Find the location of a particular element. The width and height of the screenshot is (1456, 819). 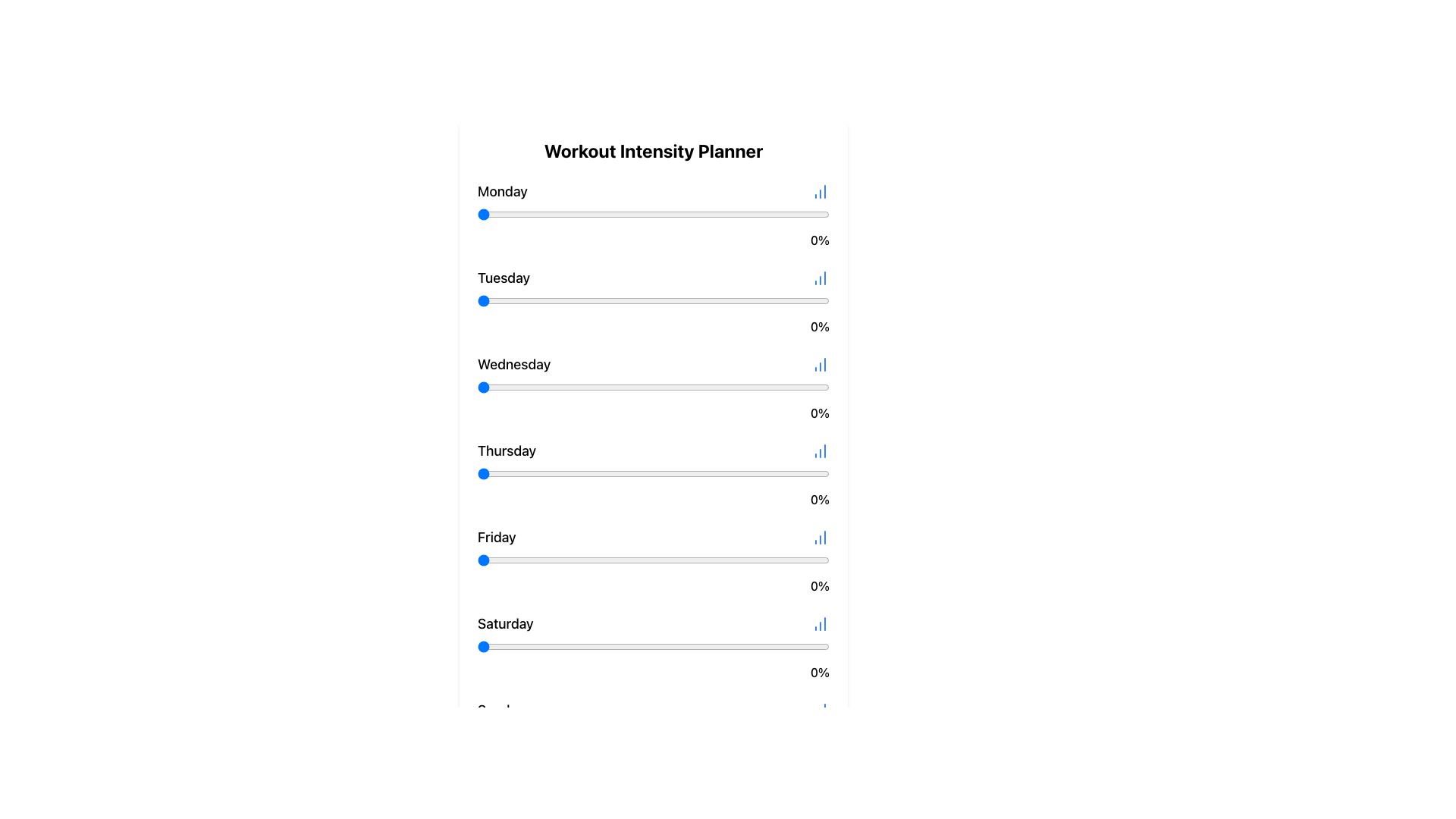

the icon located to the right of the text 'Thursday' is located at coordinates (819, 450).